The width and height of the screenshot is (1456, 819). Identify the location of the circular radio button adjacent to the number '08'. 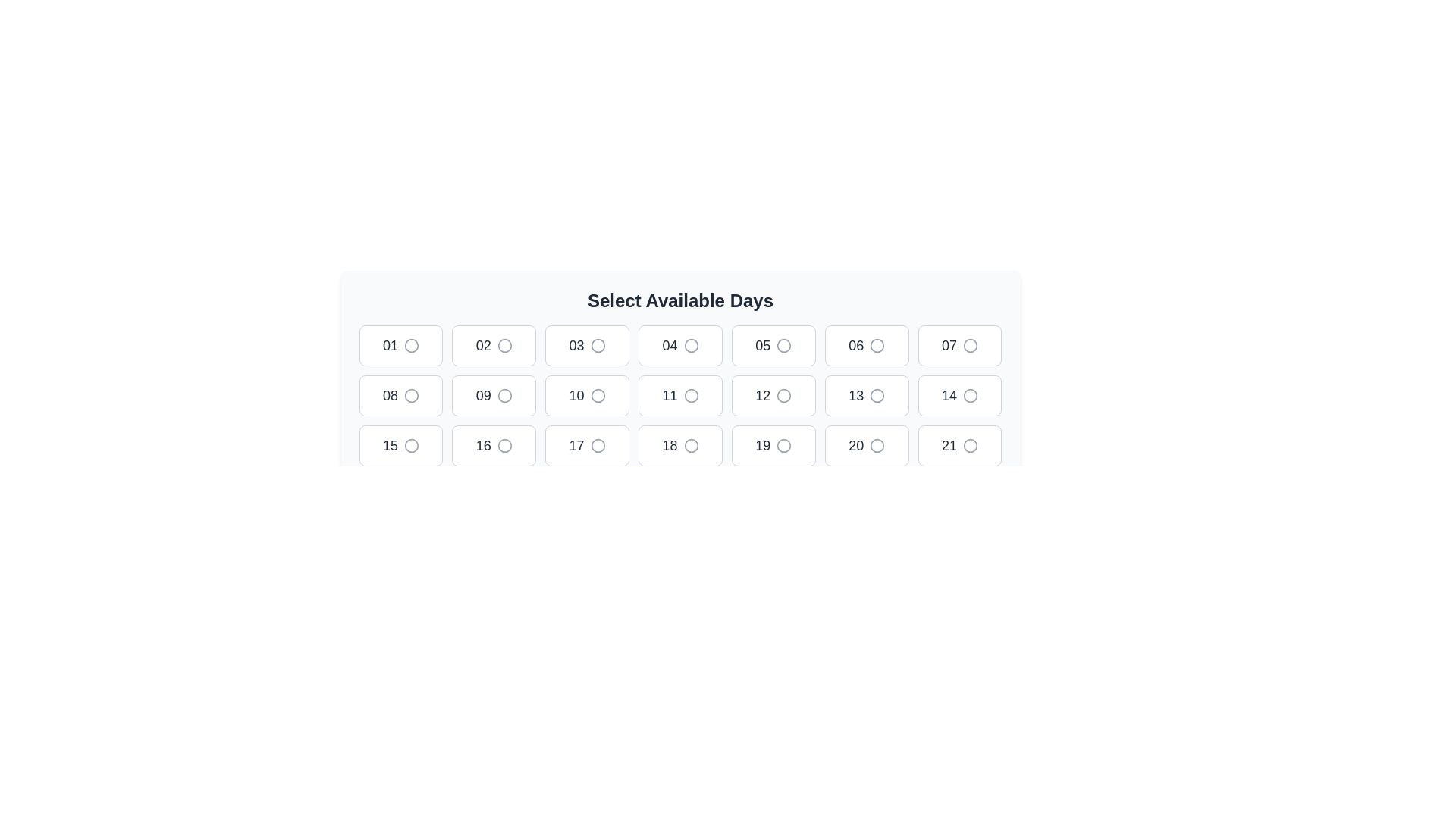
(411, 394).